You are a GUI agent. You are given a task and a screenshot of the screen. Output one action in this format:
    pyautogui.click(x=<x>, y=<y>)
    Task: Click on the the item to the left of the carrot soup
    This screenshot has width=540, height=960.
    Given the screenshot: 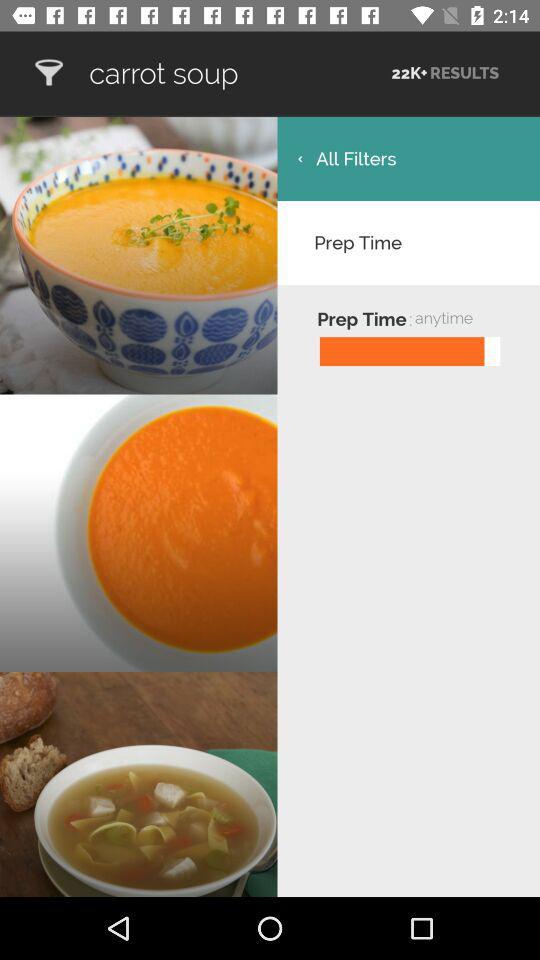 What is the action you would take?
    pyautogui.click(x=48, y=73)
    